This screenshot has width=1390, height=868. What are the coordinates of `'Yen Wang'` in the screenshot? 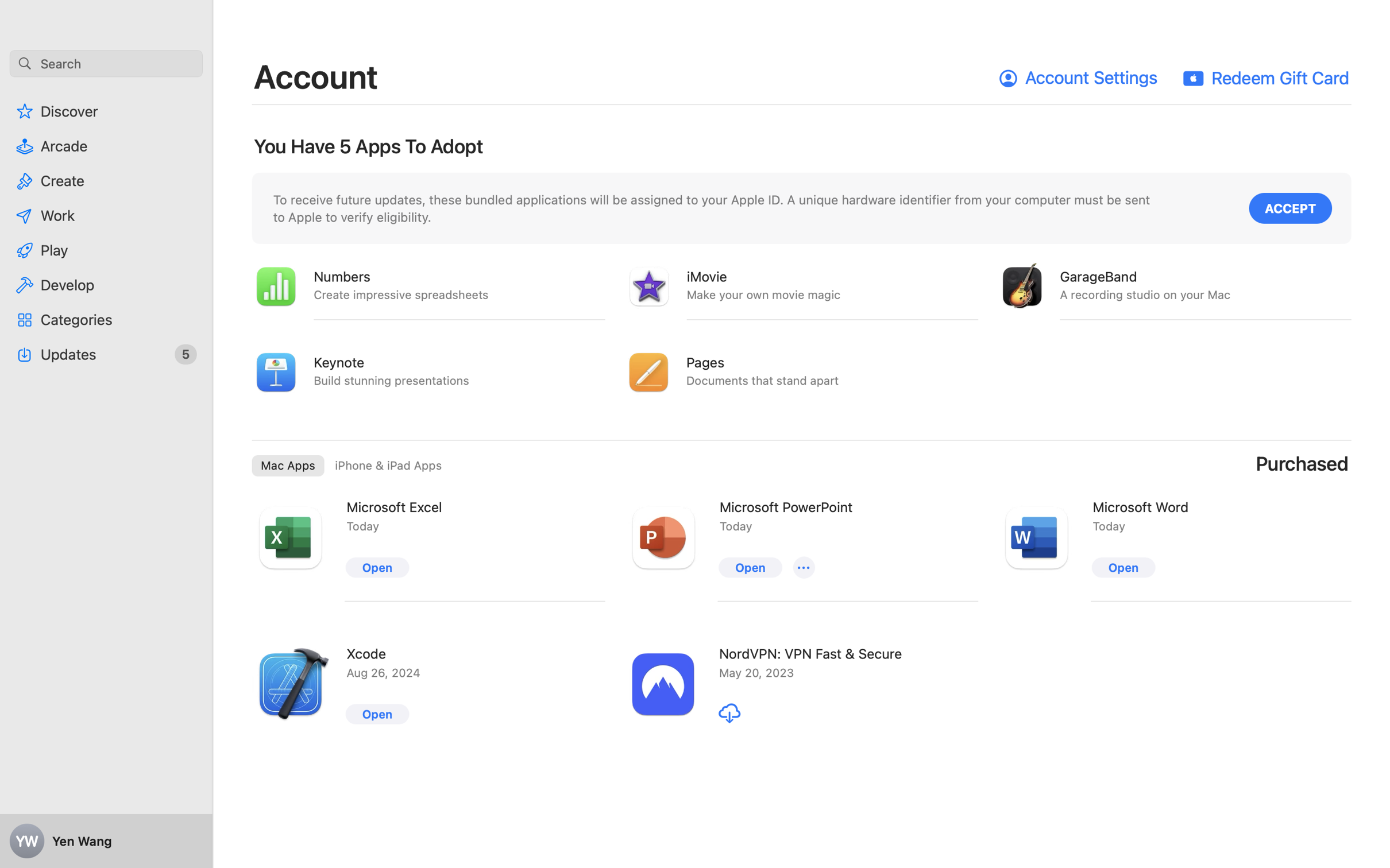 It's located at (106, 841).